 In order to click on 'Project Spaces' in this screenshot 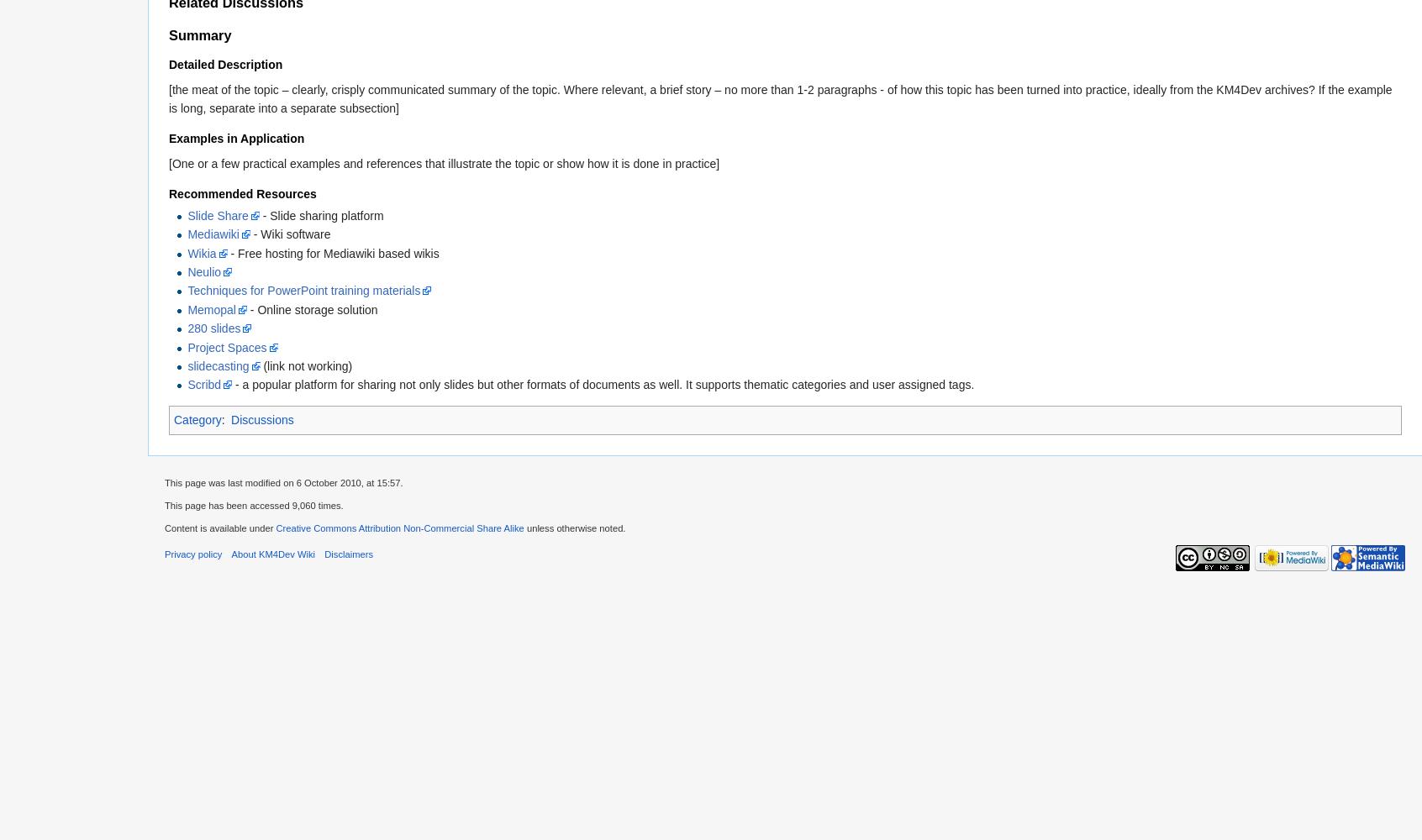, I will do `click(227, 347)`.